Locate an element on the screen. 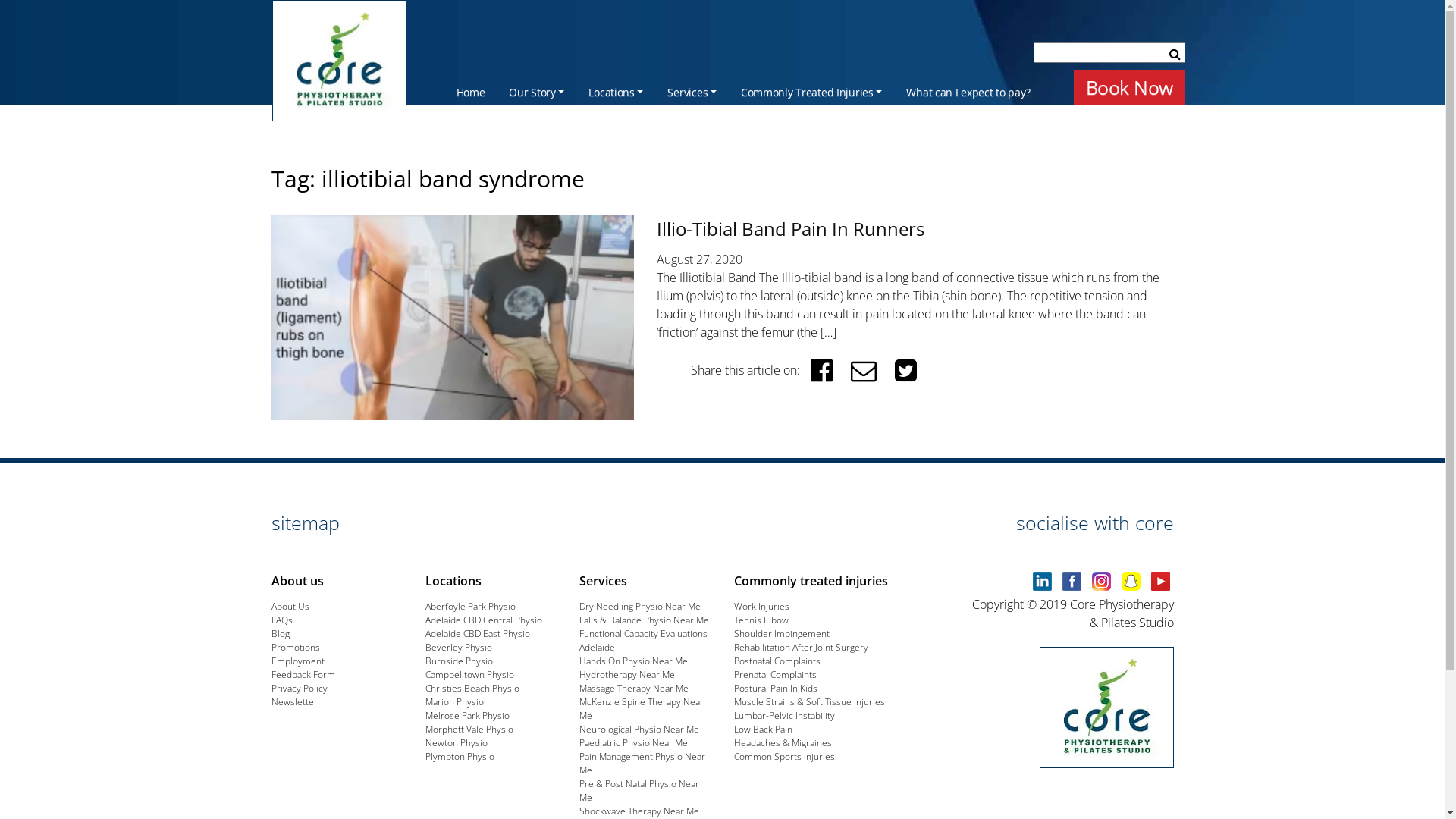 Image resolution: width=1456 pixels, height=819 pixels. 'About Us' is located at coordinates (290, 605).